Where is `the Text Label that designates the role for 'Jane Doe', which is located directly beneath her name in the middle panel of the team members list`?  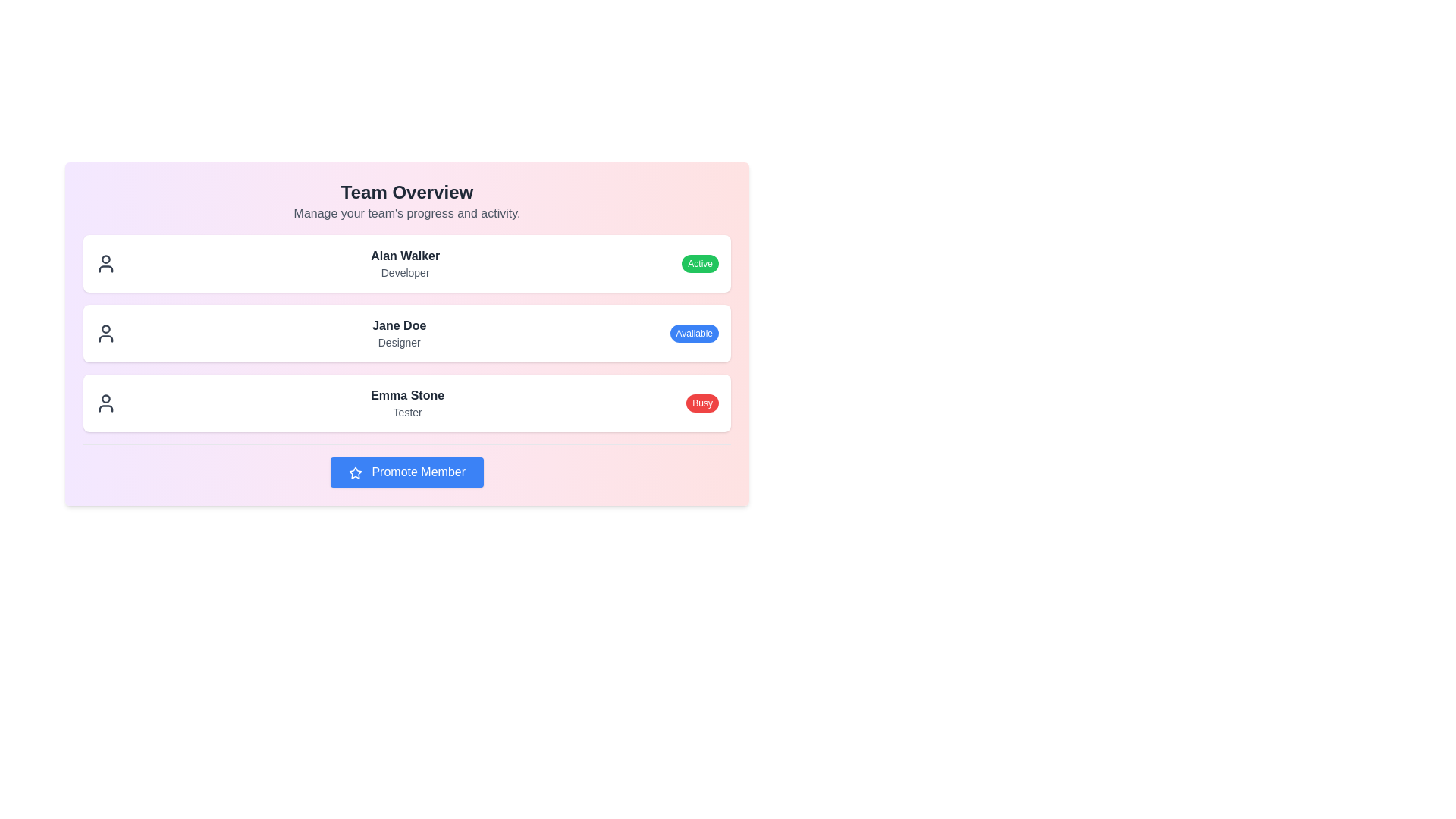
the Text Label that designates the role for 'Jane Doe', which is located directly beneath her name in the middle panel of the team members list is located at coordinates (399, 342).